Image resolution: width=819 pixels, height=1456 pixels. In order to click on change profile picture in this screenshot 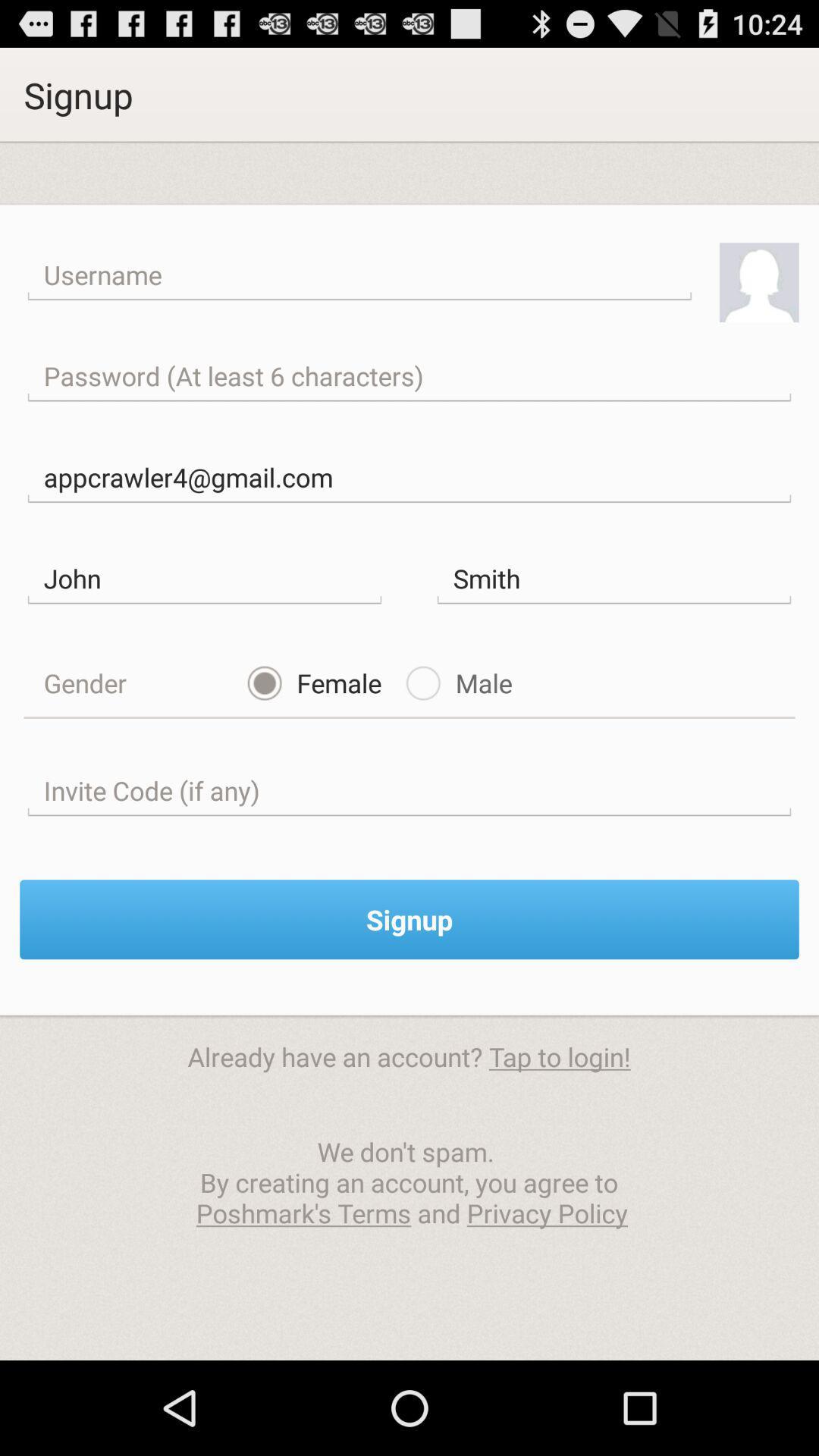, I will do `click(759, 282)`.